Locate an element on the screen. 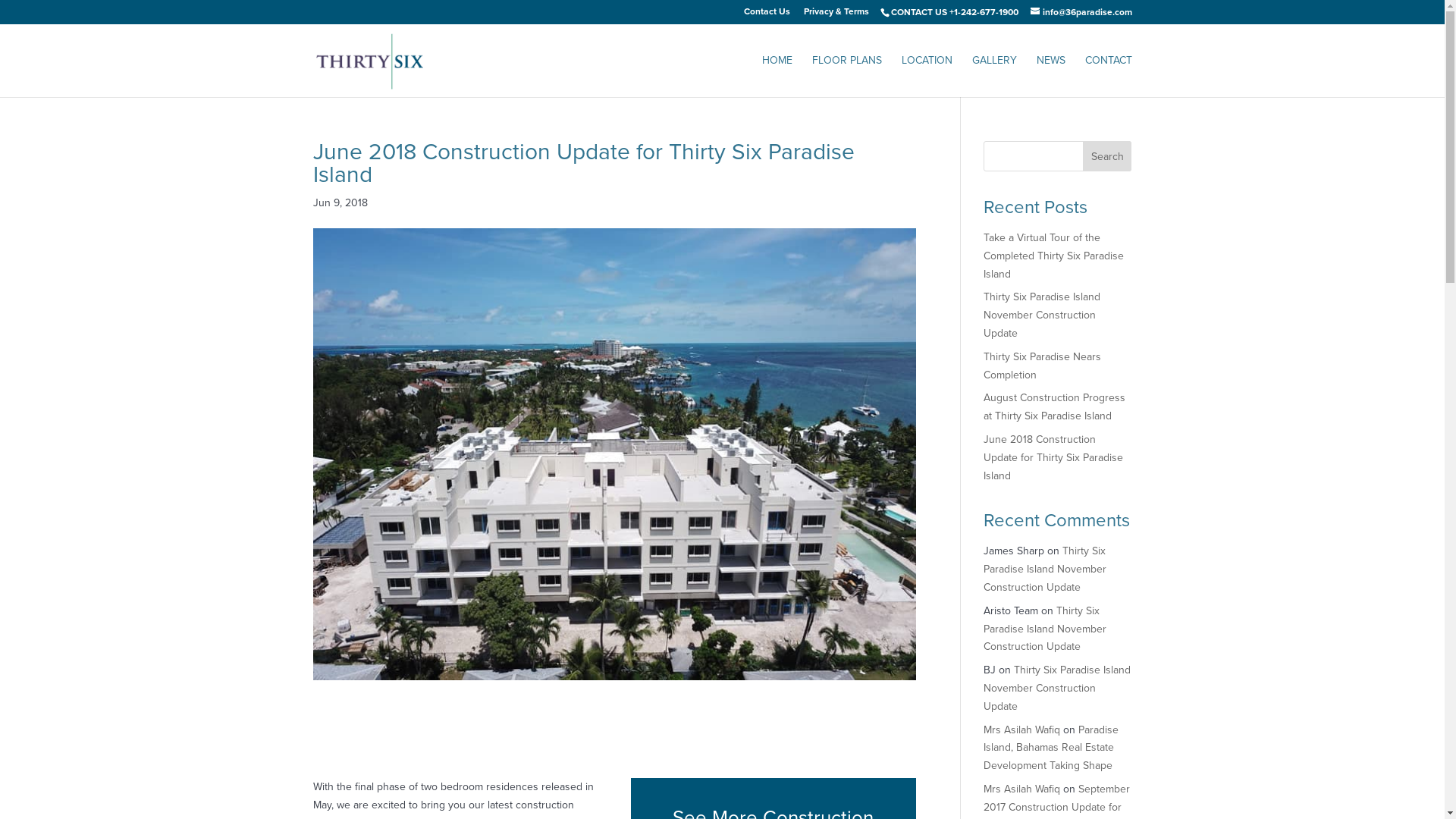 The image size is (1456, 819). 'Privacy & Terms' is located at coordinates (803, 14).